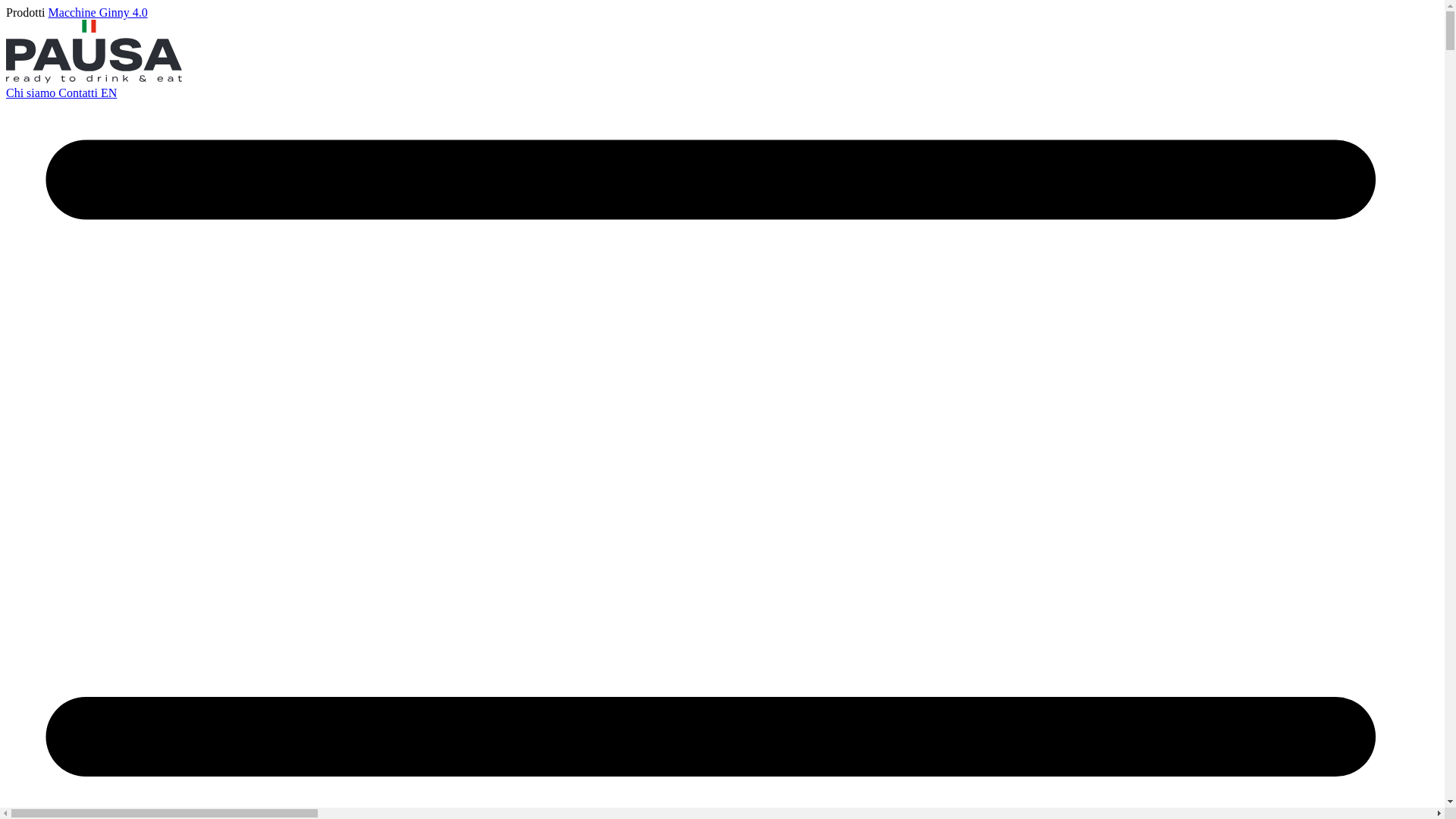  I want to click on 'Contatti', so click(79, 93).